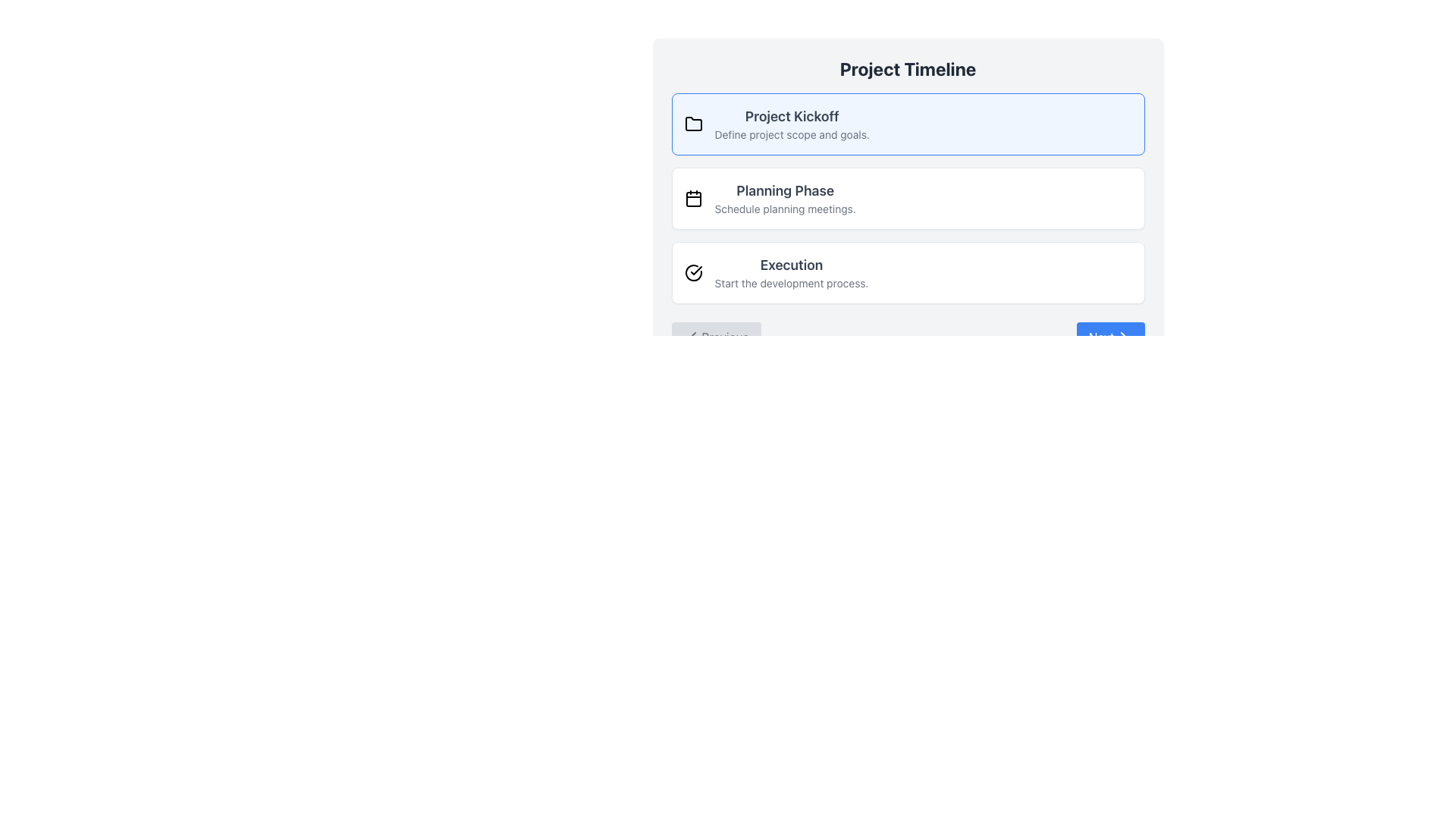  Describe the element at coordinates (791, 116) in the screenshot. I see `the text label that serves as the title for the project stage, located above the 'Define project scope and goals.' text element in the project timeline section` at that location.